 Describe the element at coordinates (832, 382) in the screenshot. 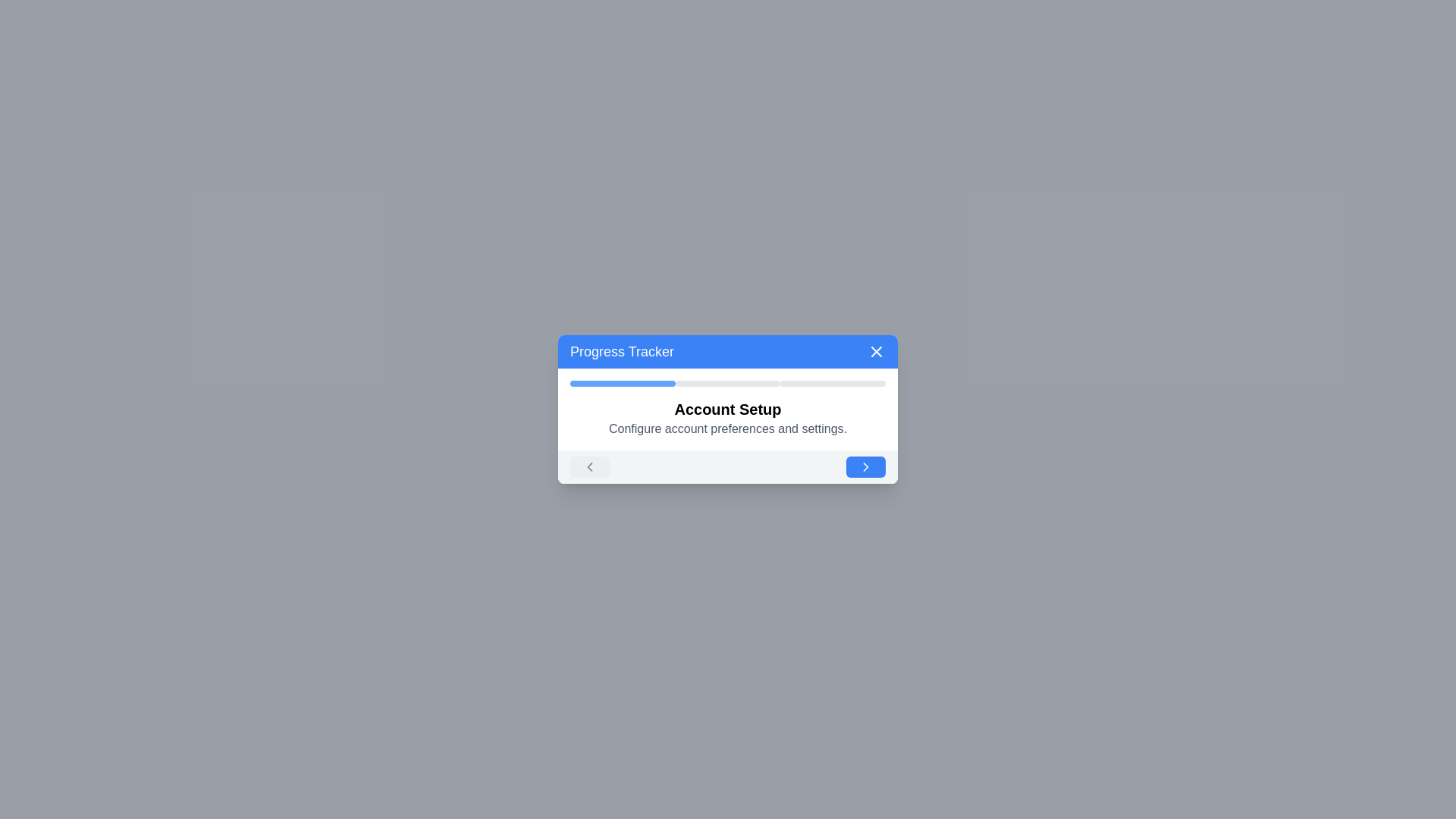

I see `the third segment of the progress bar, which has a light gray background and rounded edges, located towards the right side of the bar group` at that location.